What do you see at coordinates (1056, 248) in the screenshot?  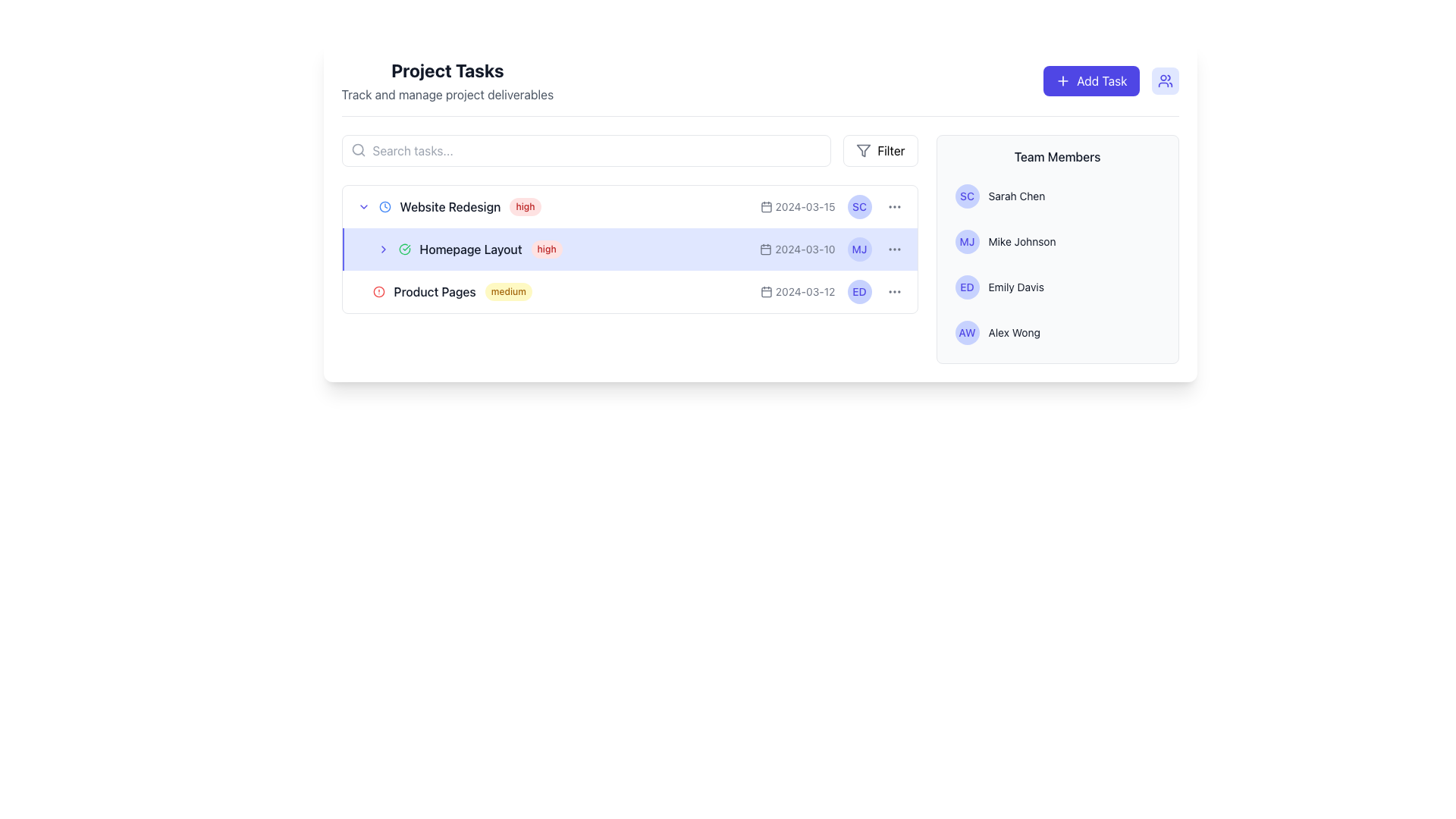 I see `the 'Team Members' card component, which displays a list of team members with initials in circular icons, located on the right side of the page layout` at bounding box center [1056, 248].